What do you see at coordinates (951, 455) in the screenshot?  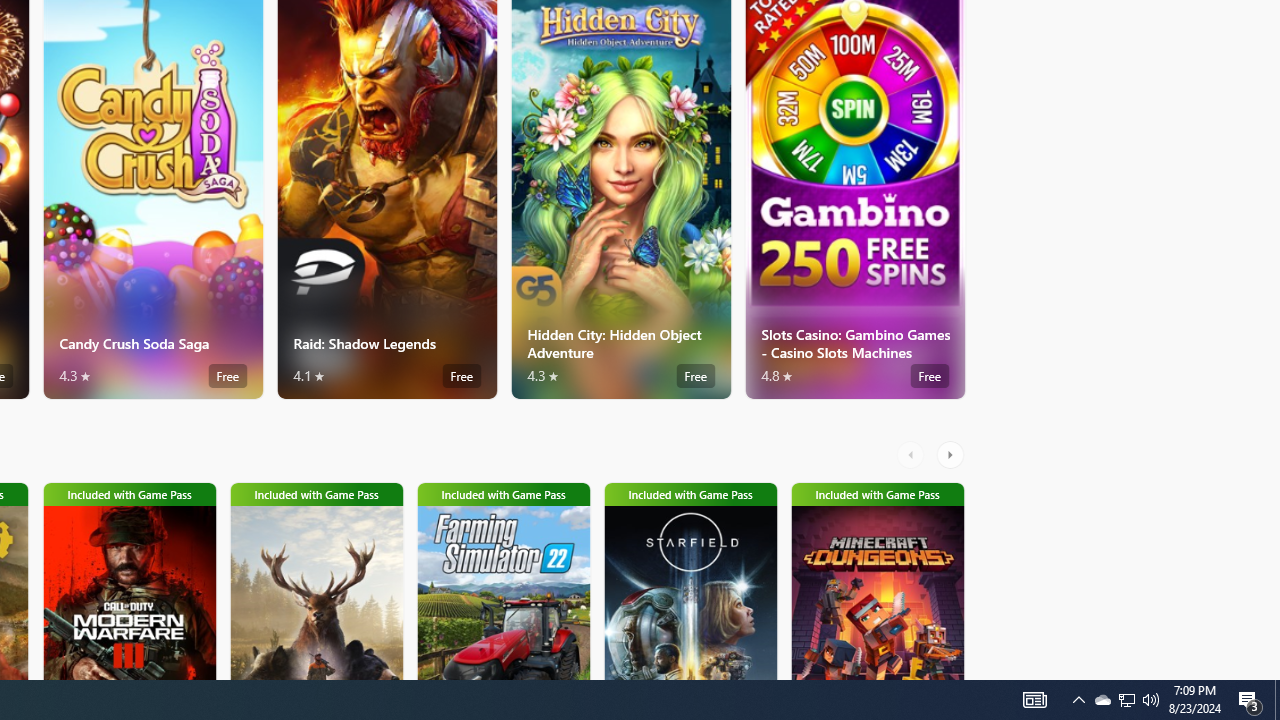 I see `'AutomationID: RightScrollButton'` at bounding box center [951, 455].